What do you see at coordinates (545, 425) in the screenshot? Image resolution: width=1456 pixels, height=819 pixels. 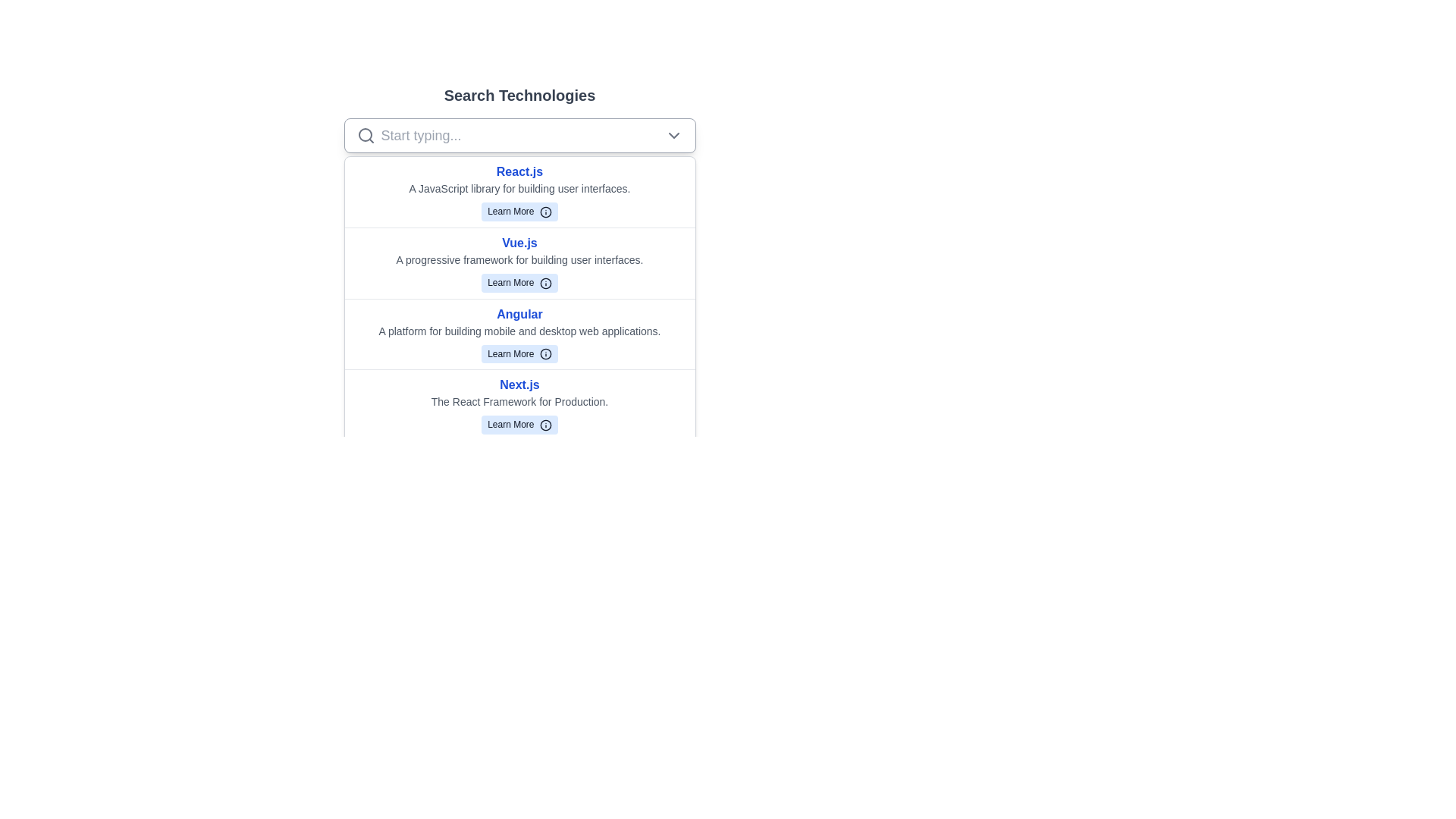 I see `the SVG circle element of the information icon within the 'Learn More' button for 'Next.js', which is located to the right of the text 'Learn More'` at bounding box center [545, 425].